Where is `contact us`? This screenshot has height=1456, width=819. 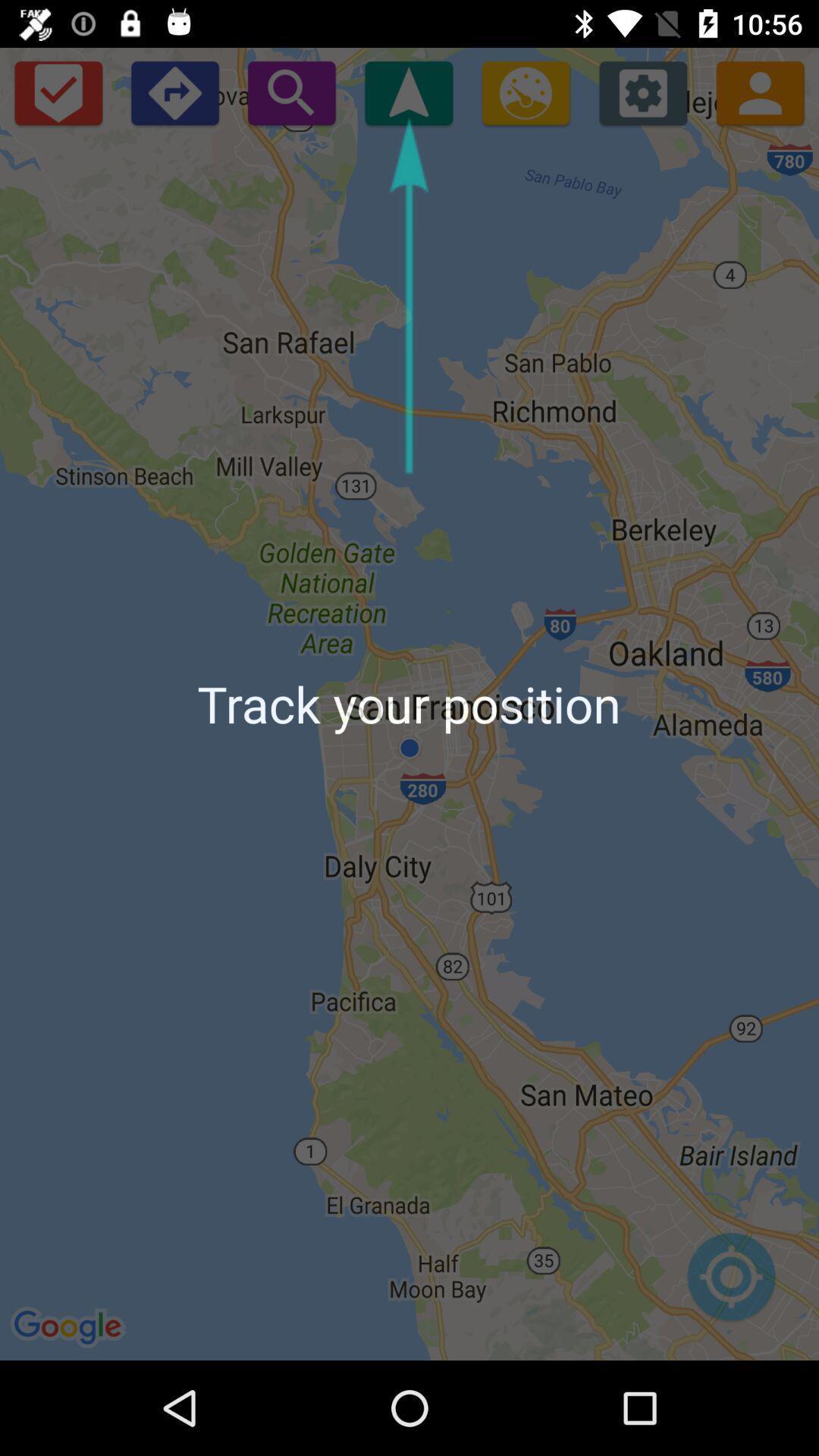
contact us is located at coordinates (760, 92).